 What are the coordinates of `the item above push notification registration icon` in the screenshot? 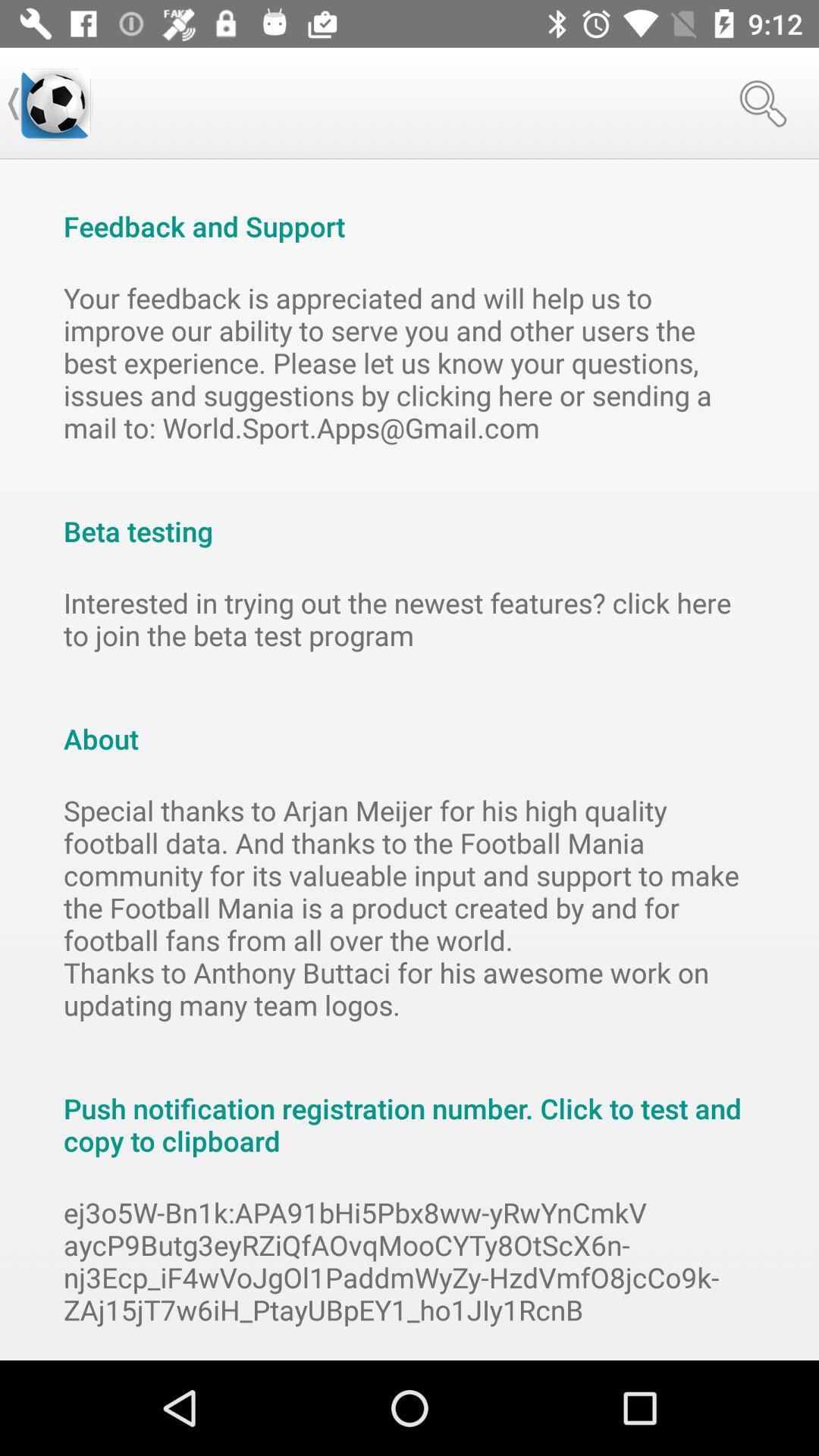 It's located at (409, 907).